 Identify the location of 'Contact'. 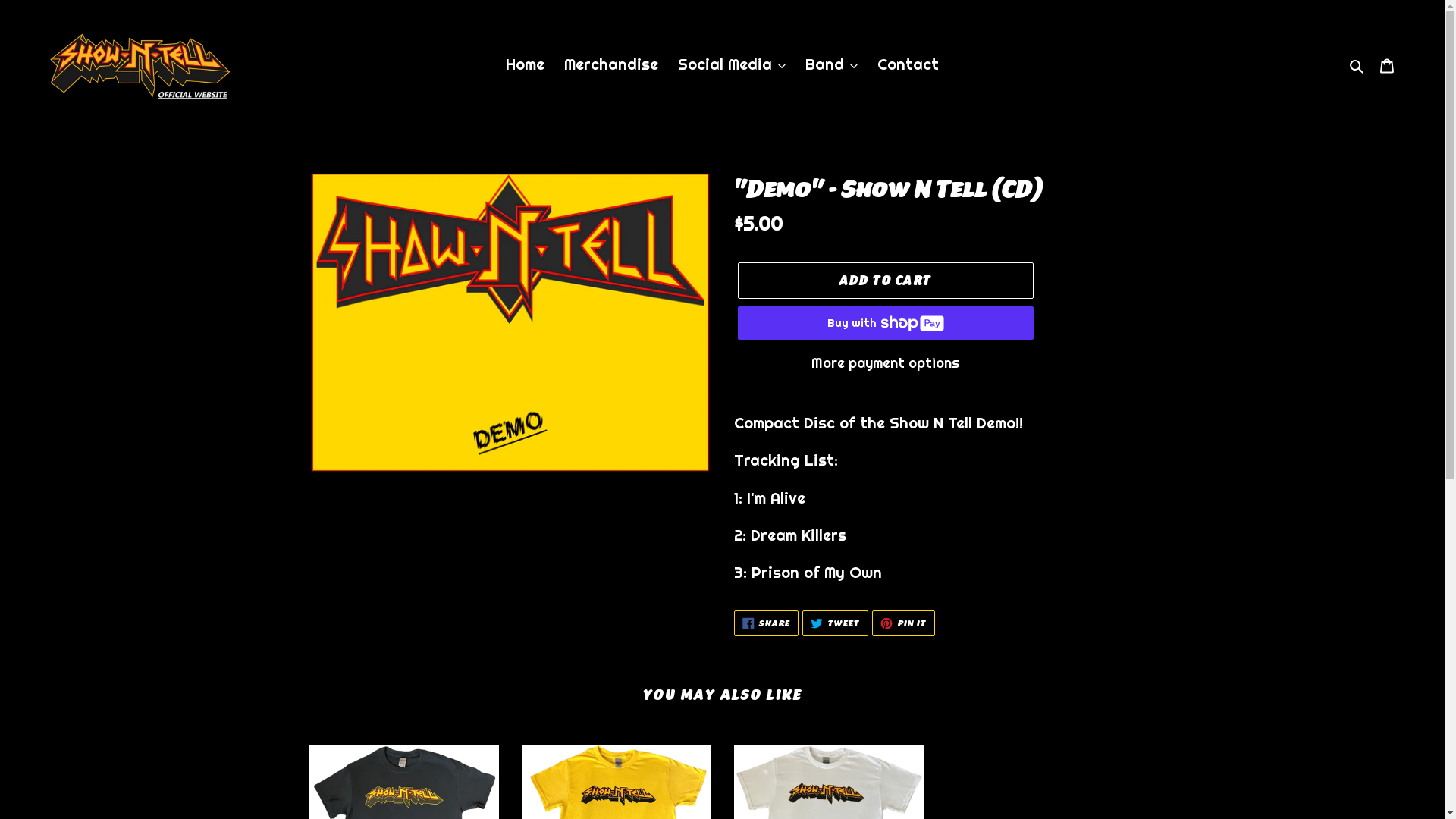
(908, 63).